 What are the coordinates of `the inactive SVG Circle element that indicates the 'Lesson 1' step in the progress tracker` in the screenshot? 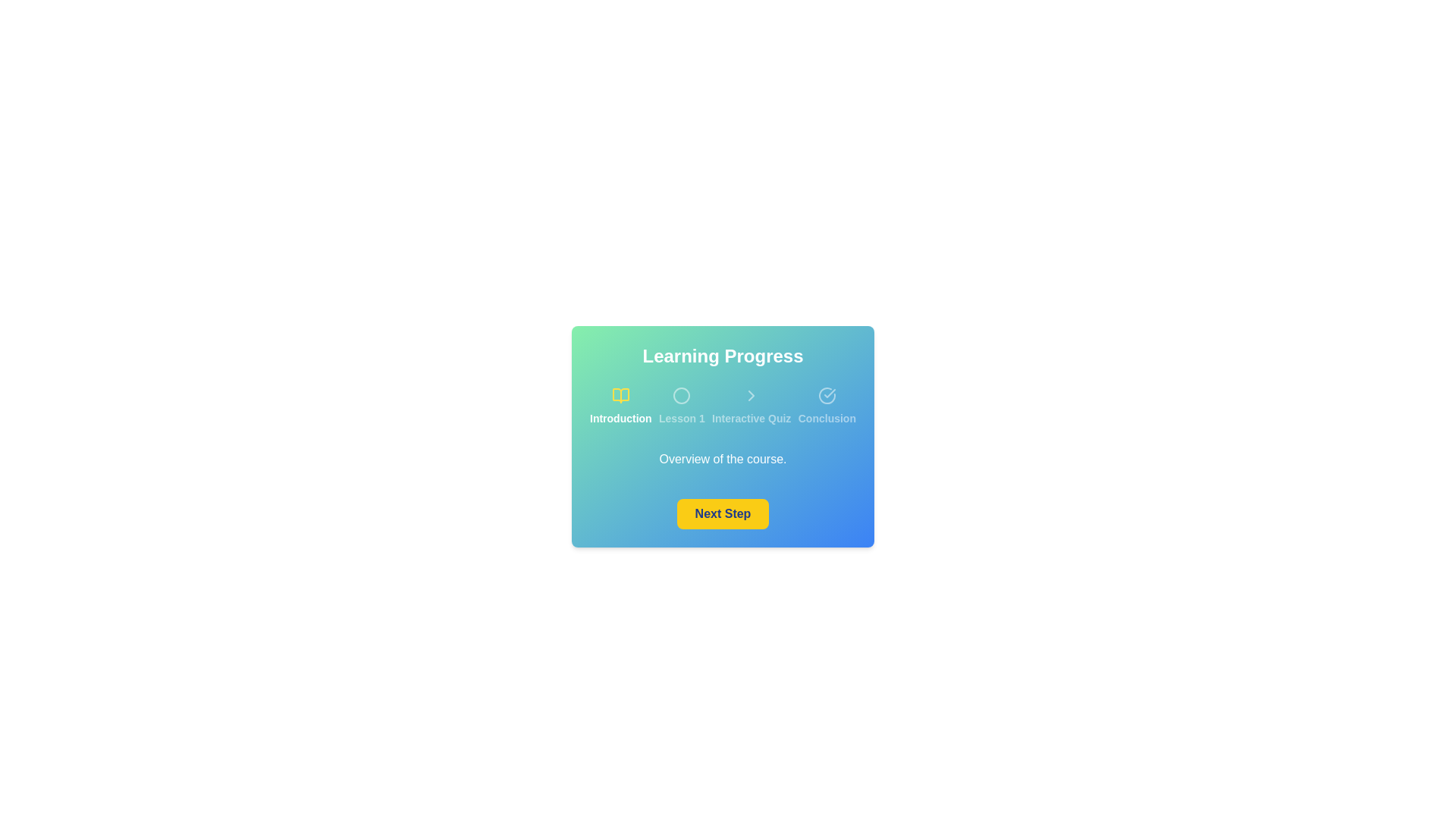 It's located at (681, 394).